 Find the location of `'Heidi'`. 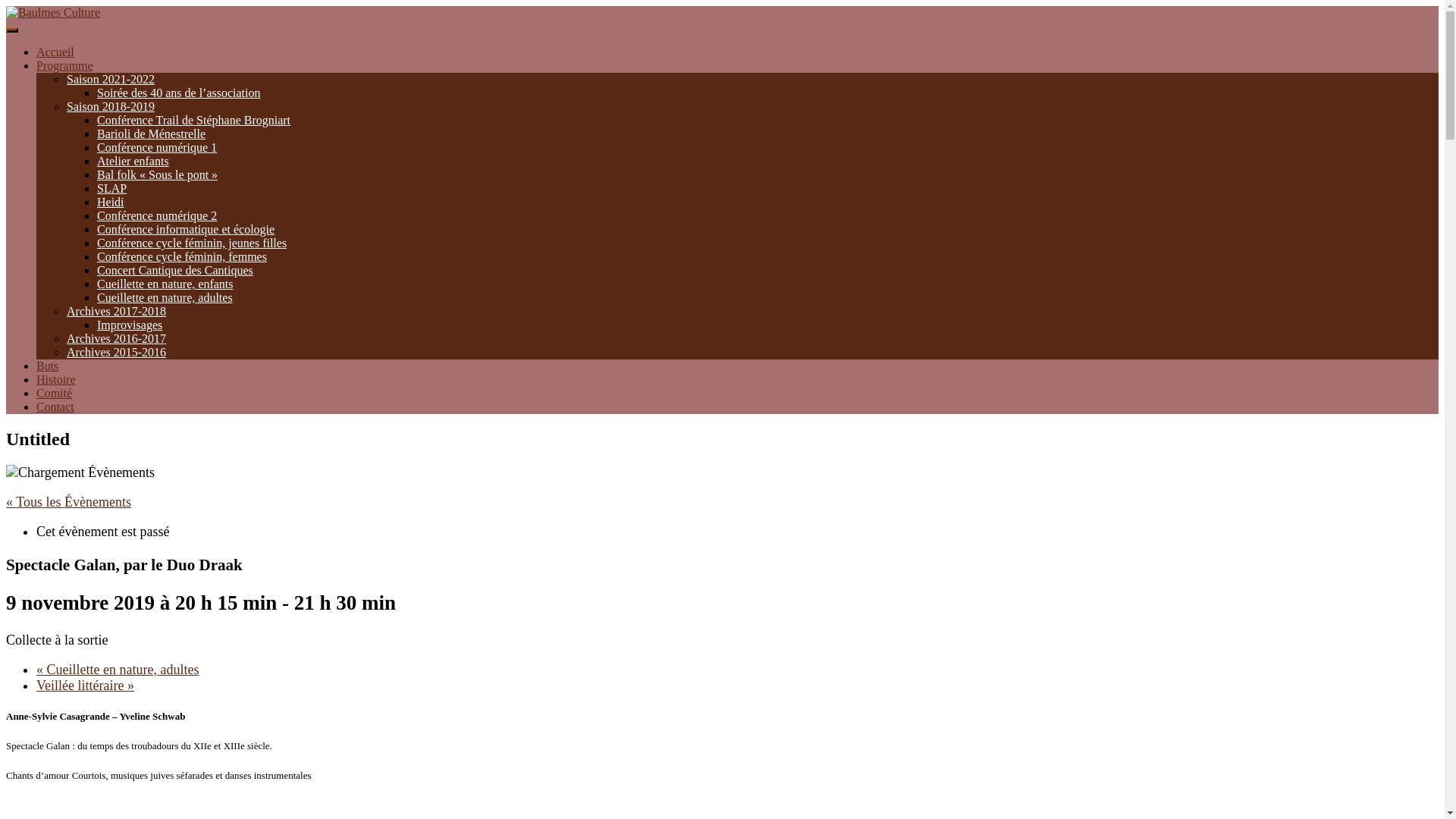

'Heidi' is located at coordinates (109, 201).